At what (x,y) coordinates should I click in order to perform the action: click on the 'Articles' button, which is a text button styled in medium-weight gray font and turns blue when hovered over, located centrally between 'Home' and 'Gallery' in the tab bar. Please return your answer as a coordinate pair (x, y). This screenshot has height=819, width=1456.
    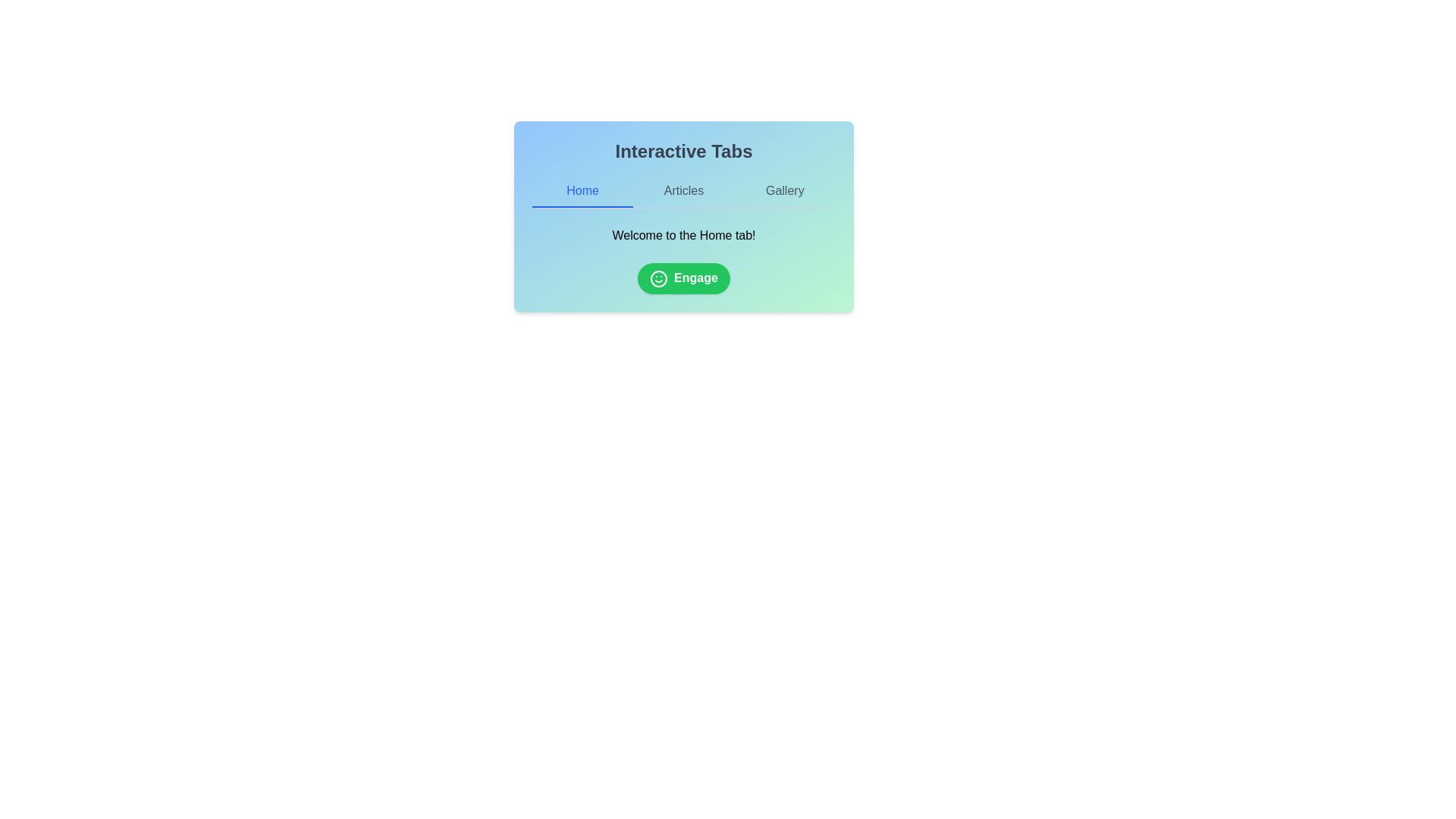
    Looking at the image, I should click on (683, 191).